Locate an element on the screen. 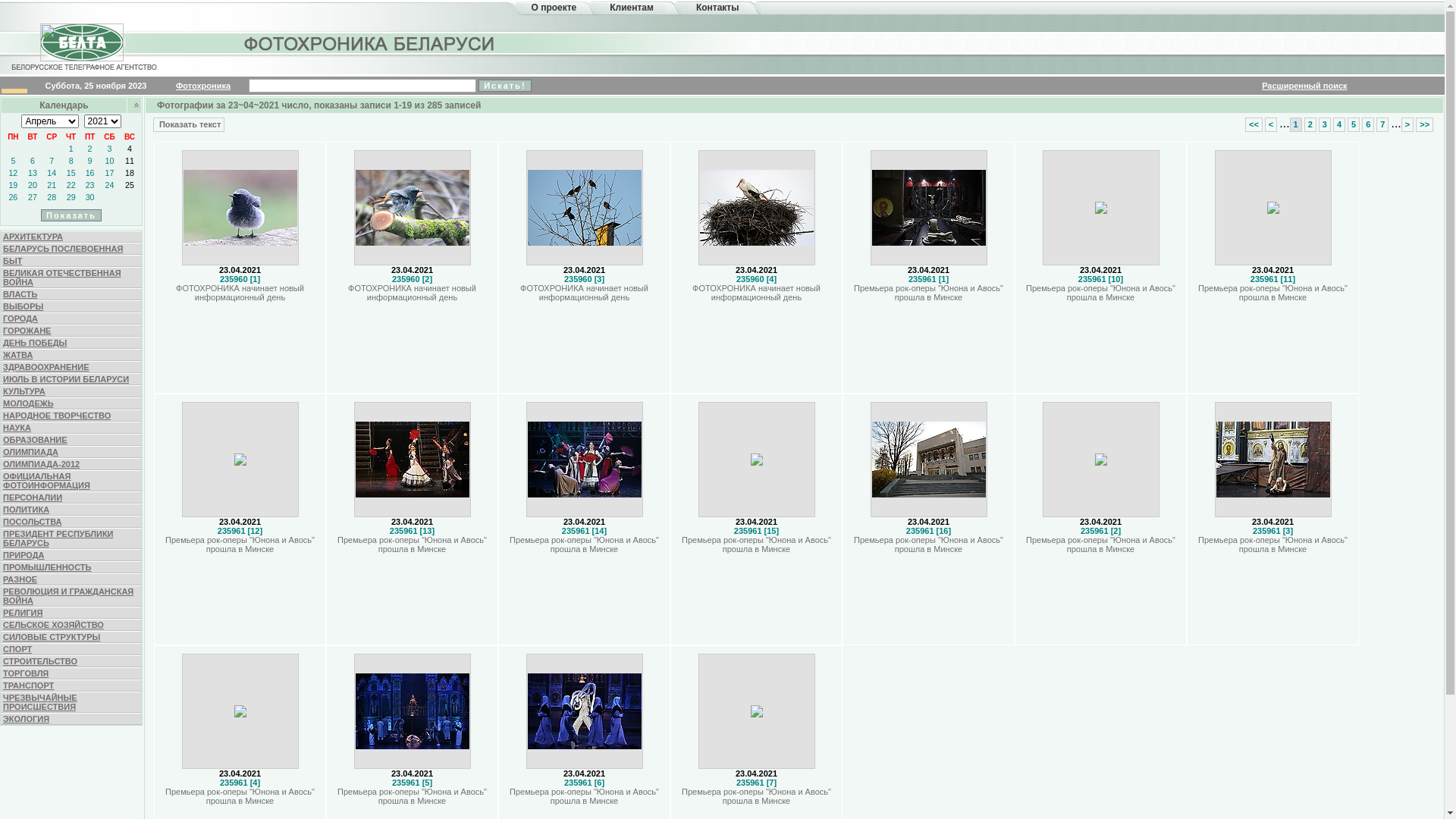 This screenshot has width=1456, height=819. '3' is located at coordinates (1317, 123).